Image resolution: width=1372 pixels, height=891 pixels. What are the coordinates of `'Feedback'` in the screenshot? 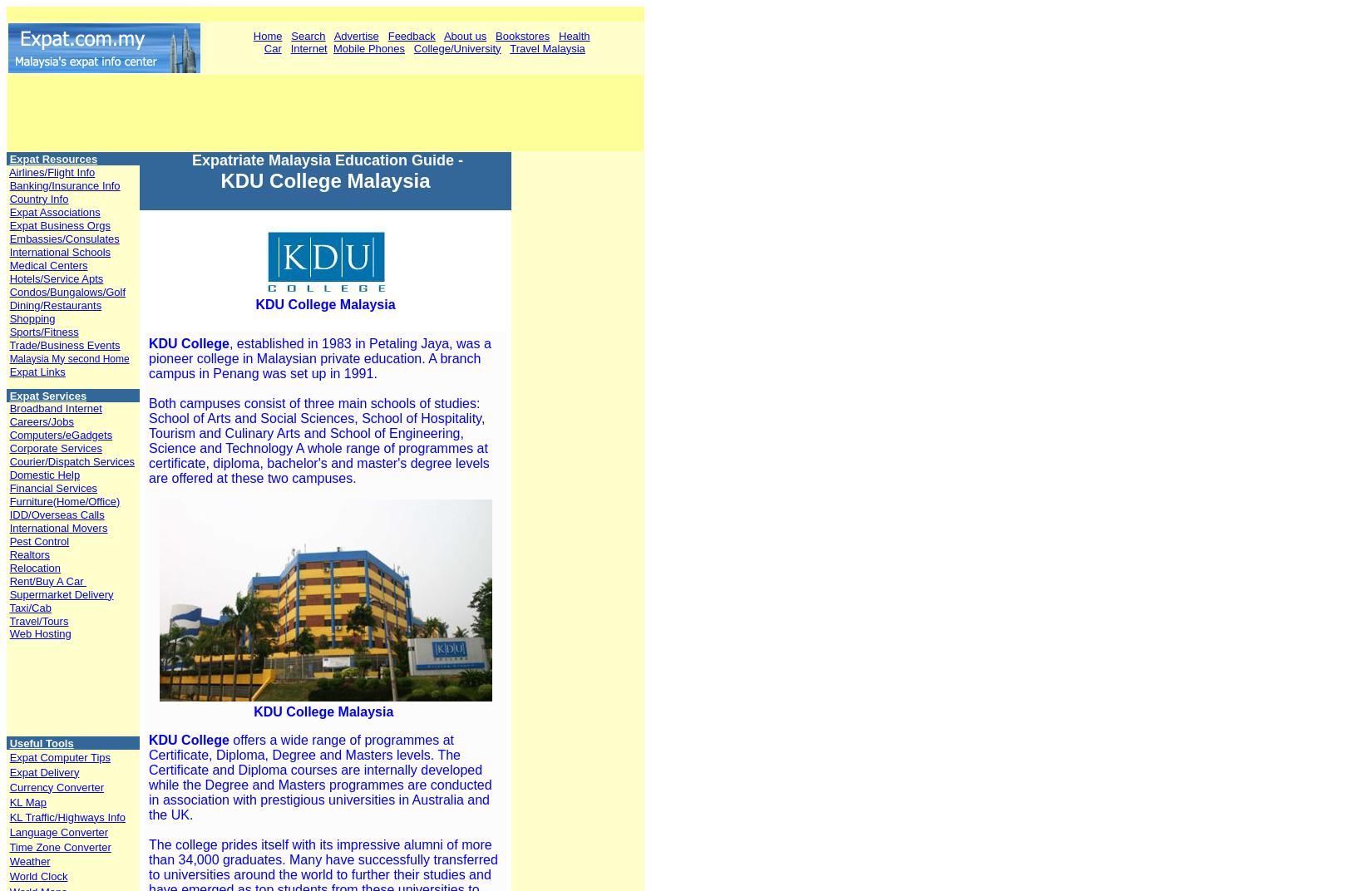 It's located at (410, 34).